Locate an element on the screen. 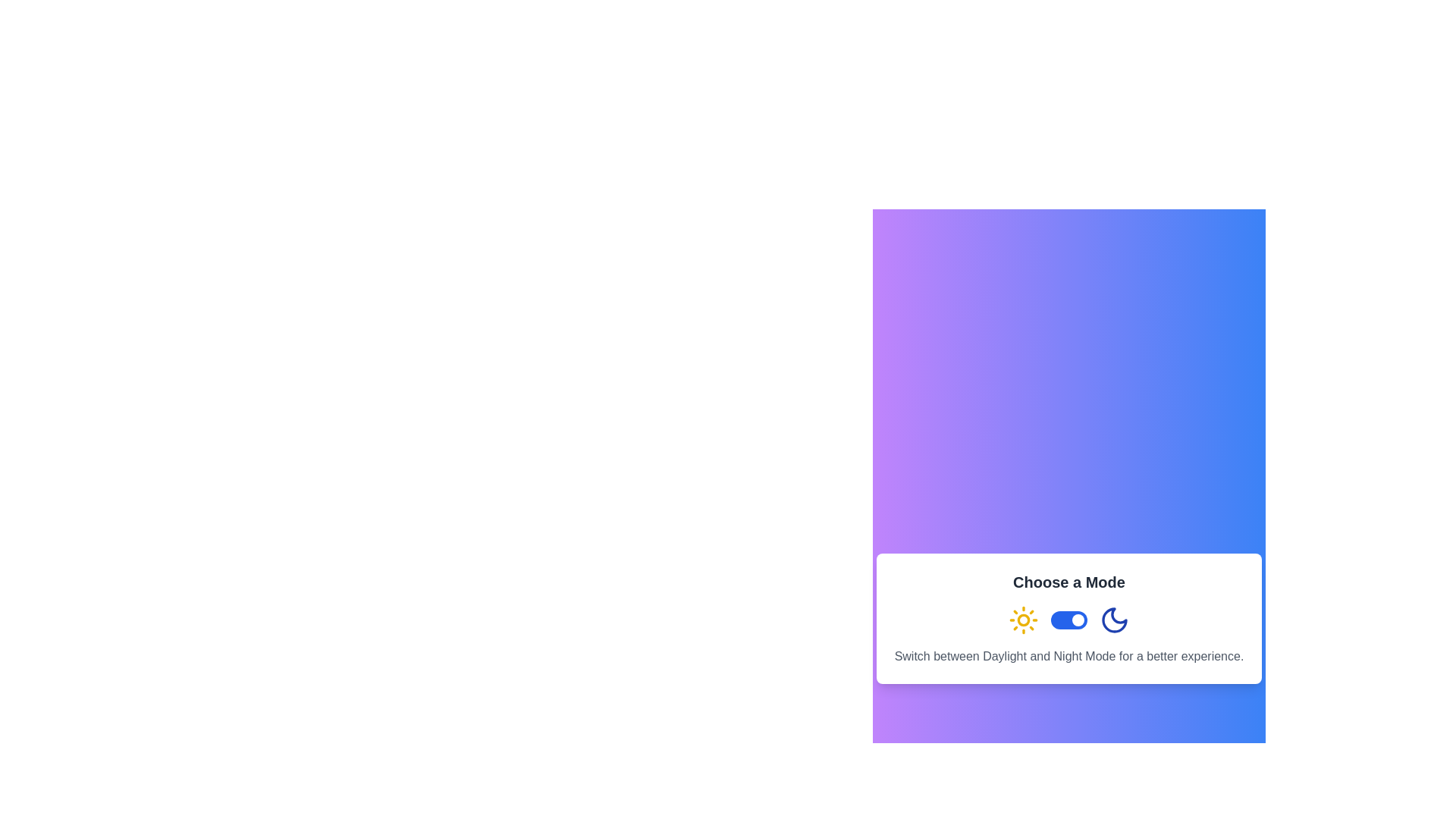 The width and height of the screenshot is (1456, 819). the daylight mode icon located in the center-left position of the horizontally arranged group, which is below the heading 'Choose a Mode' is located at coordinates (1023, 620).